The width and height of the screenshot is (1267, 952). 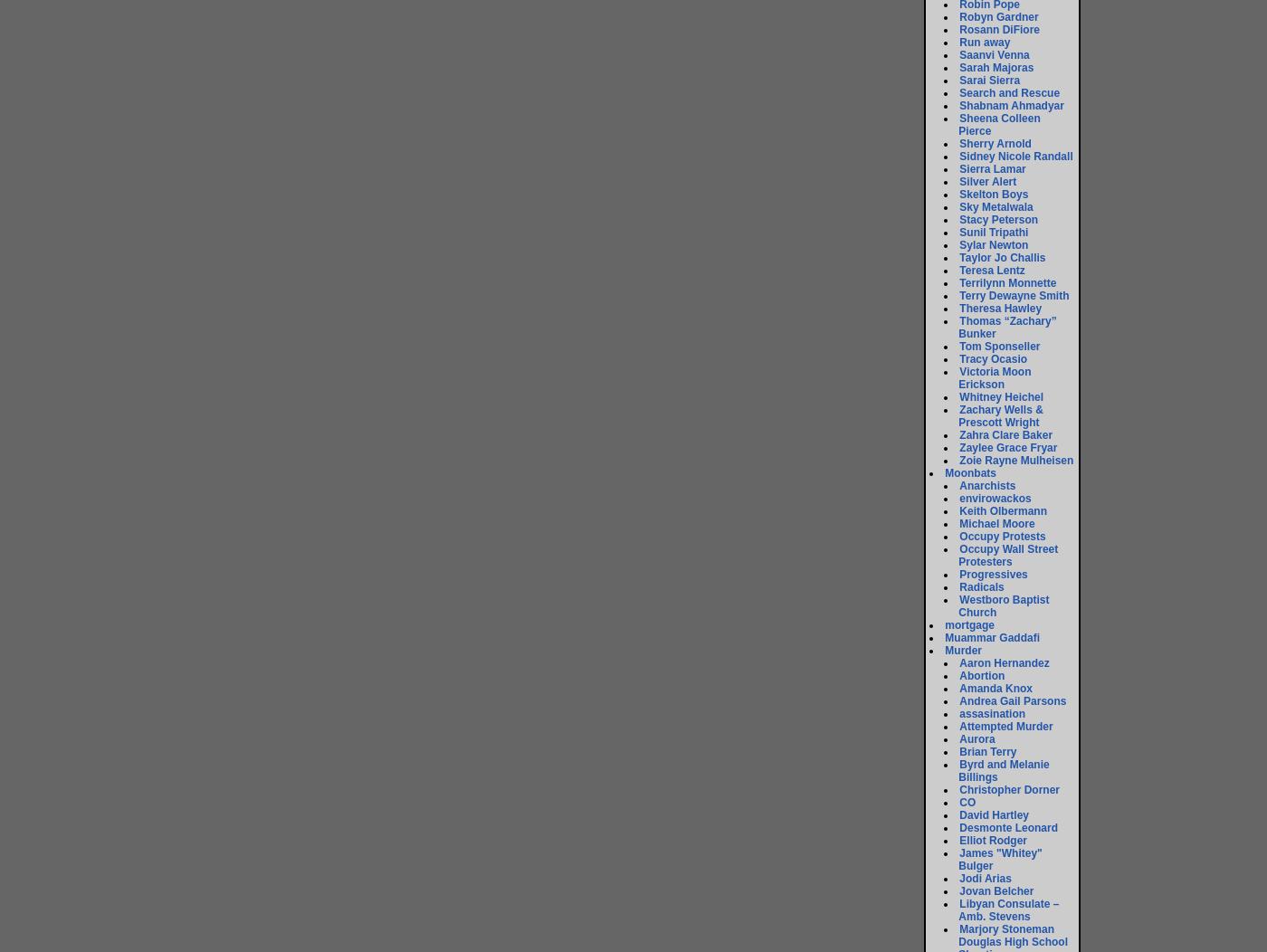 What do you see at coordinates (998, 219) in the screenshot?
I see `'Stacy Peterson'` at bounding box center [998, 219].